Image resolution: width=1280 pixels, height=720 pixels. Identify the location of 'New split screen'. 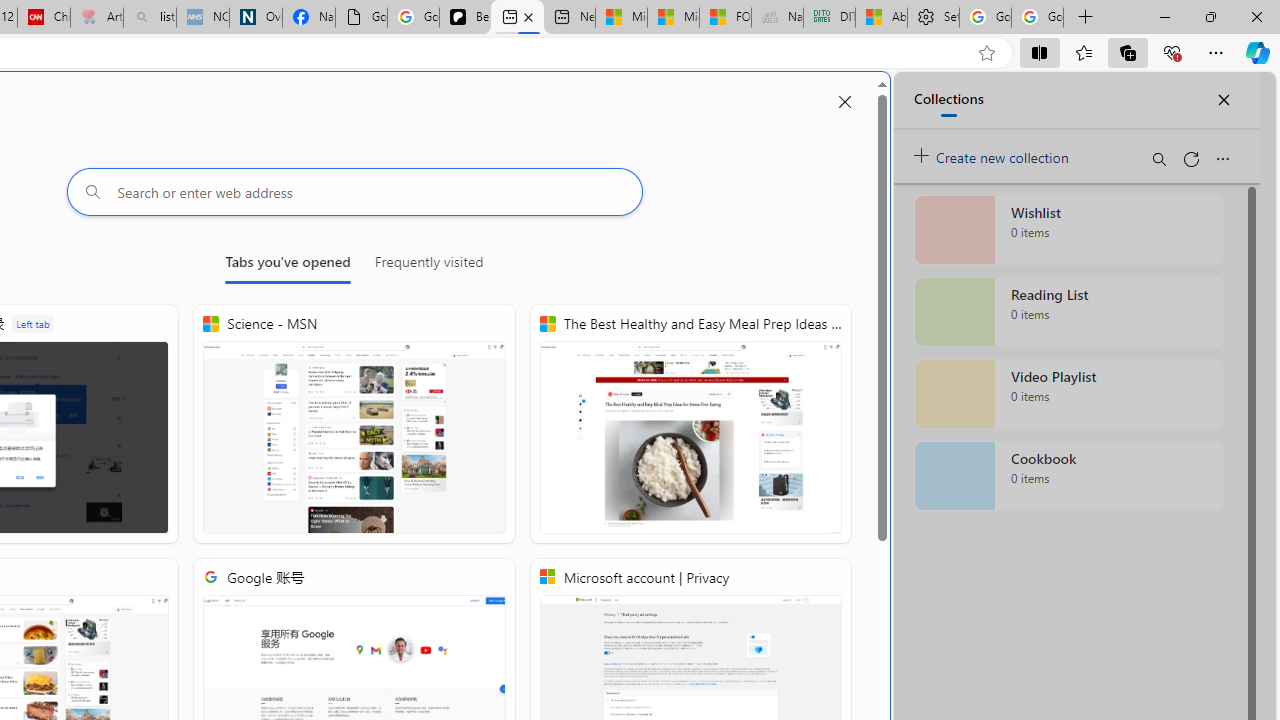
(517, 17).